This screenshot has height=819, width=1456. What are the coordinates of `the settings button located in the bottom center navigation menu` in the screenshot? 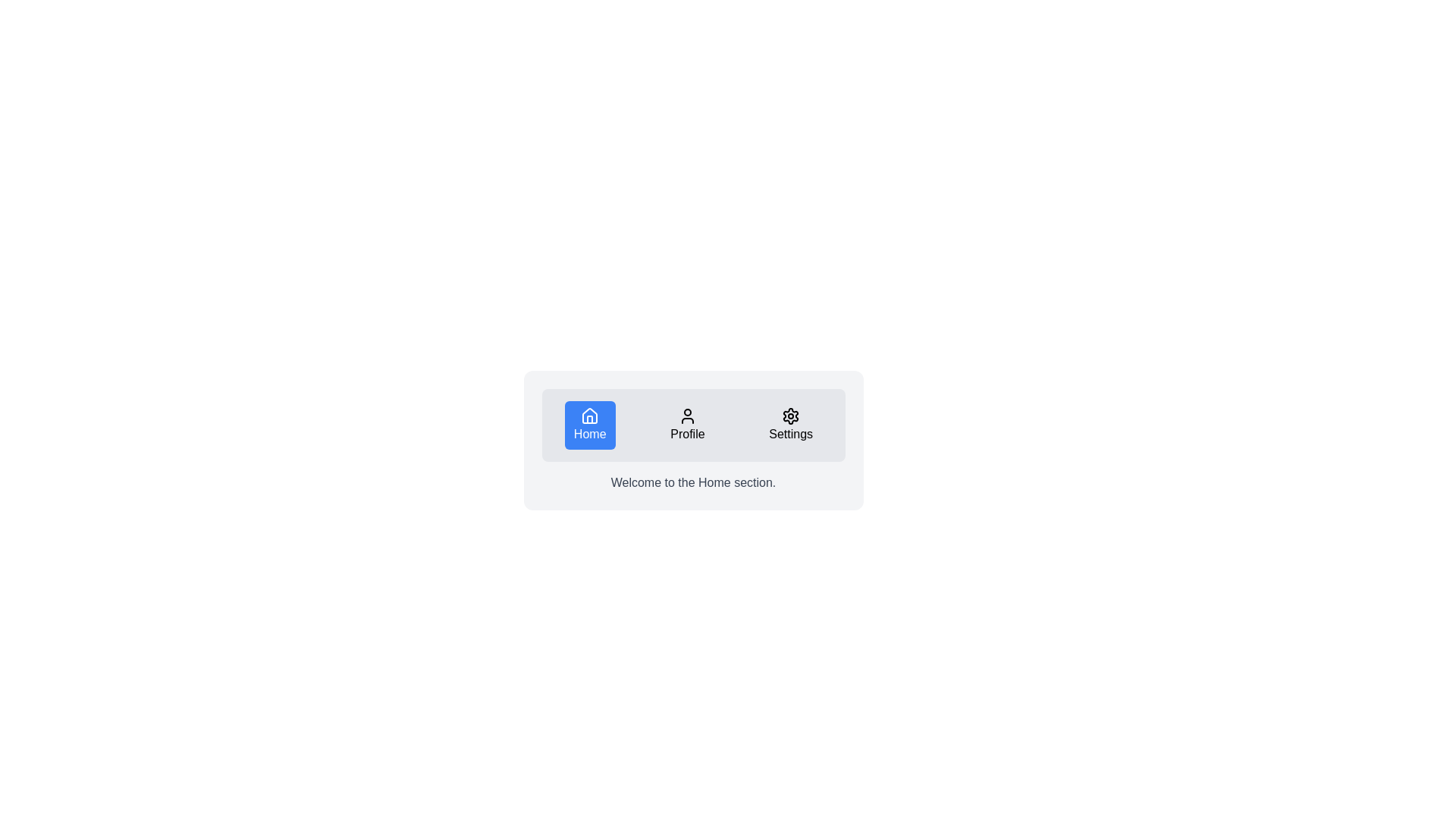 It's located at (790, 425).